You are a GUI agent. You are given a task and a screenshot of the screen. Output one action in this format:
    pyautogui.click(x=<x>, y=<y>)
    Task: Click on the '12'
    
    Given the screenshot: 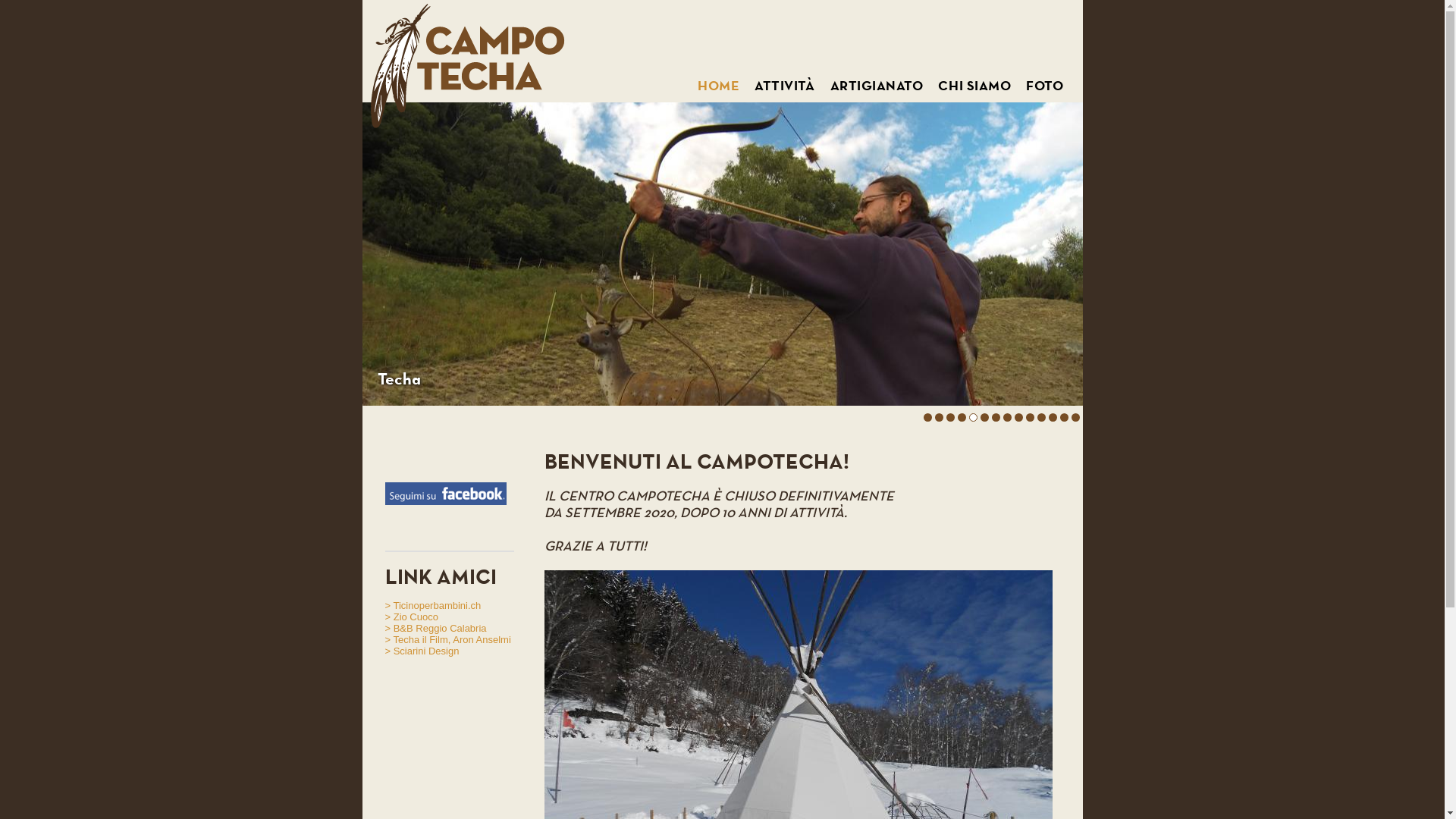 What is the action you would take?
    pyautogui.click(x=1047, y=419)
    